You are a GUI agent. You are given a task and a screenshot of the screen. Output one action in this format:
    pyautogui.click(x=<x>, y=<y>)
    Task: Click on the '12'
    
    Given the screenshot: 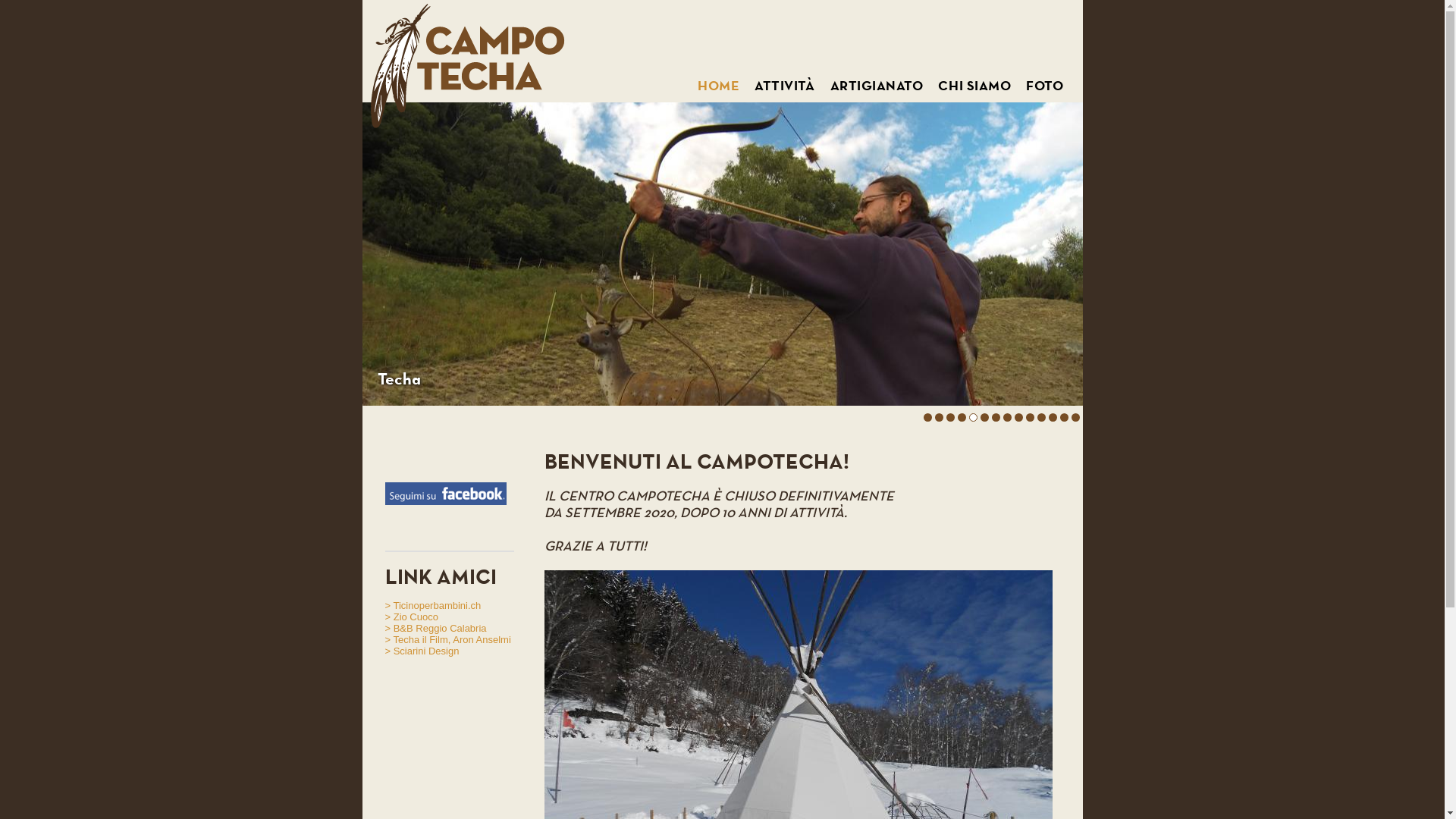 What is the action you would take?
    pyautogui.click(x=1047, y=419)
    